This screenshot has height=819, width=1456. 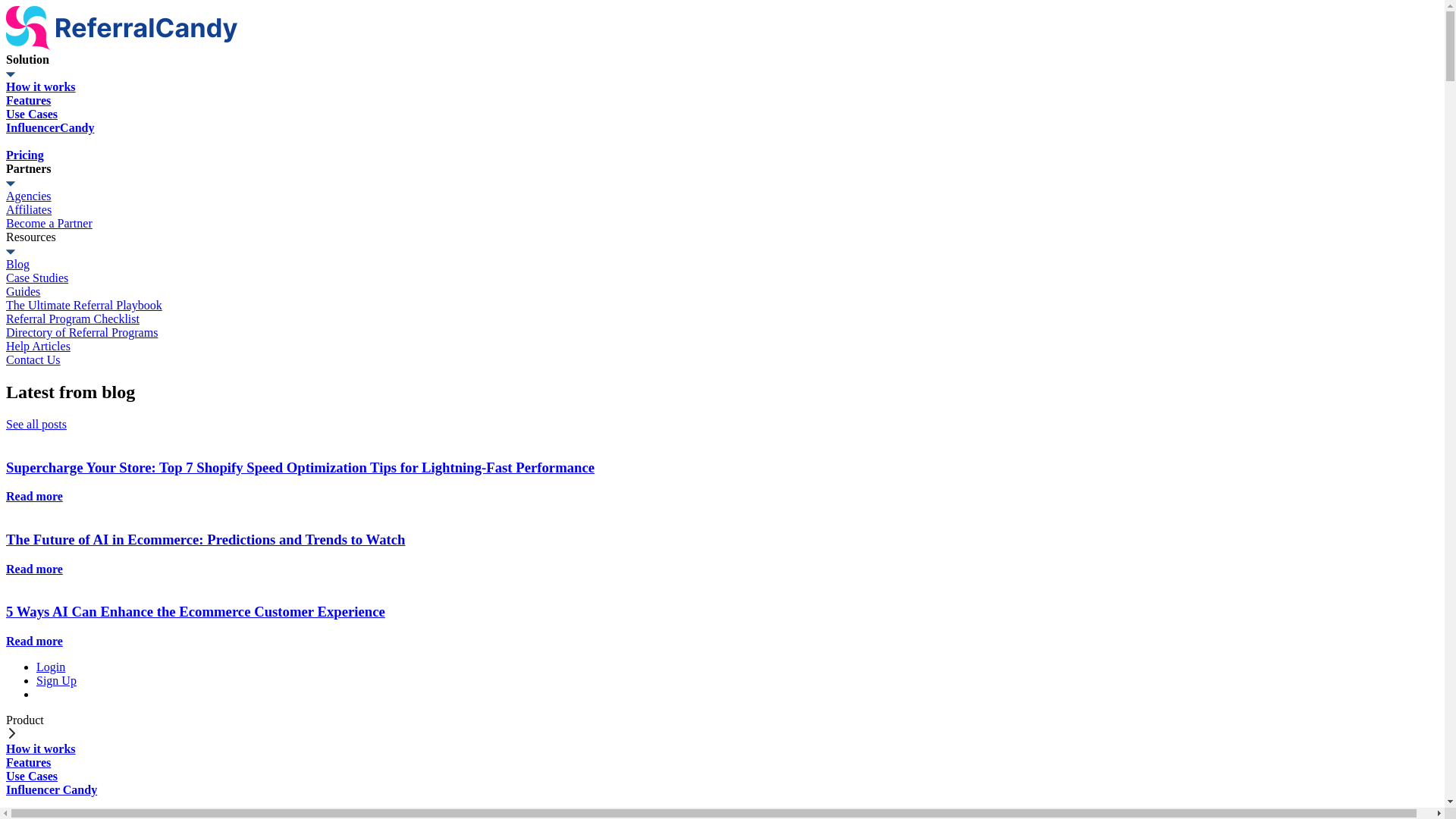 What do you see at coordinates (6, 223) in the screenshot?
I see `'Become a Partner'` at bounding box center [6, 223].